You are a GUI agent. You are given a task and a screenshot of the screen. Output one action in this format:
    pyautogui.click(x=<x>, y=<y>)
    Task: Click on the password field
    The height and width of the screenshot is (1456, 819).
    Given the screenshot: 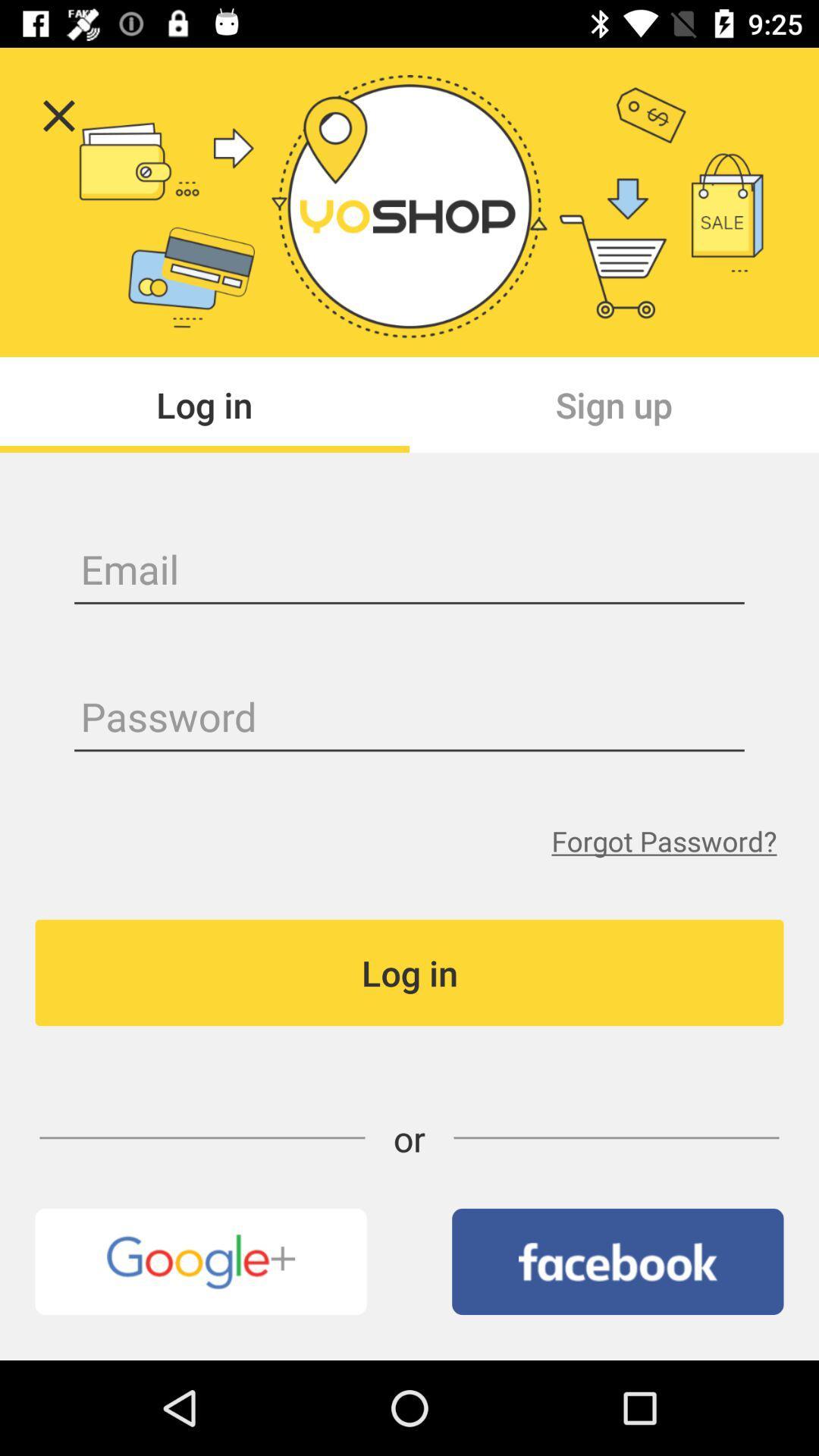 What is the action you would take?
    pyautogui.click(x=409, y=719)
    